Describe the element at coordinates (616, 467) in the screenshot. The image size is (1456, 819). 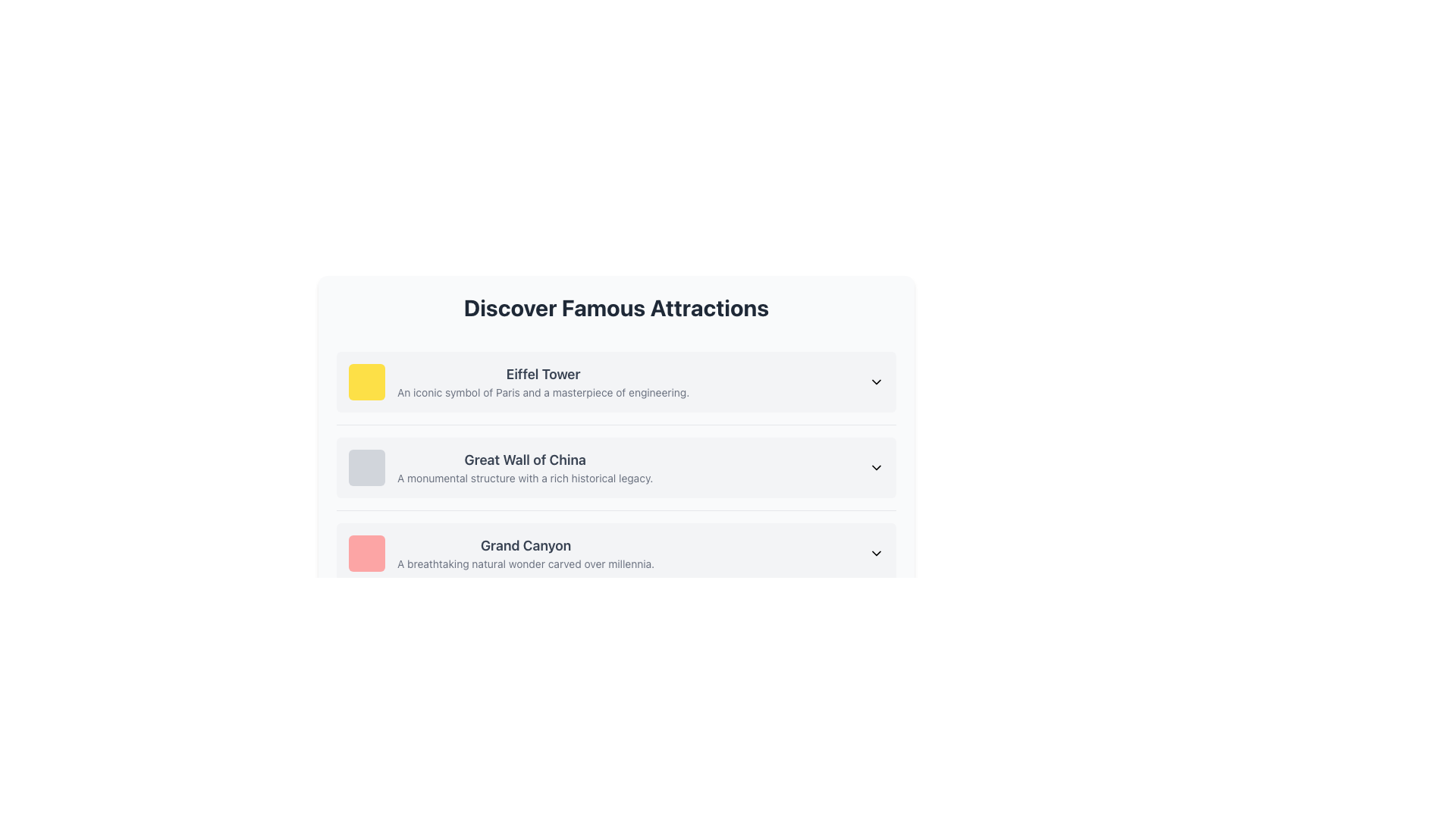
I see `the arrow icon on the right side of the list item for 'Great Wall of China'` at that location.